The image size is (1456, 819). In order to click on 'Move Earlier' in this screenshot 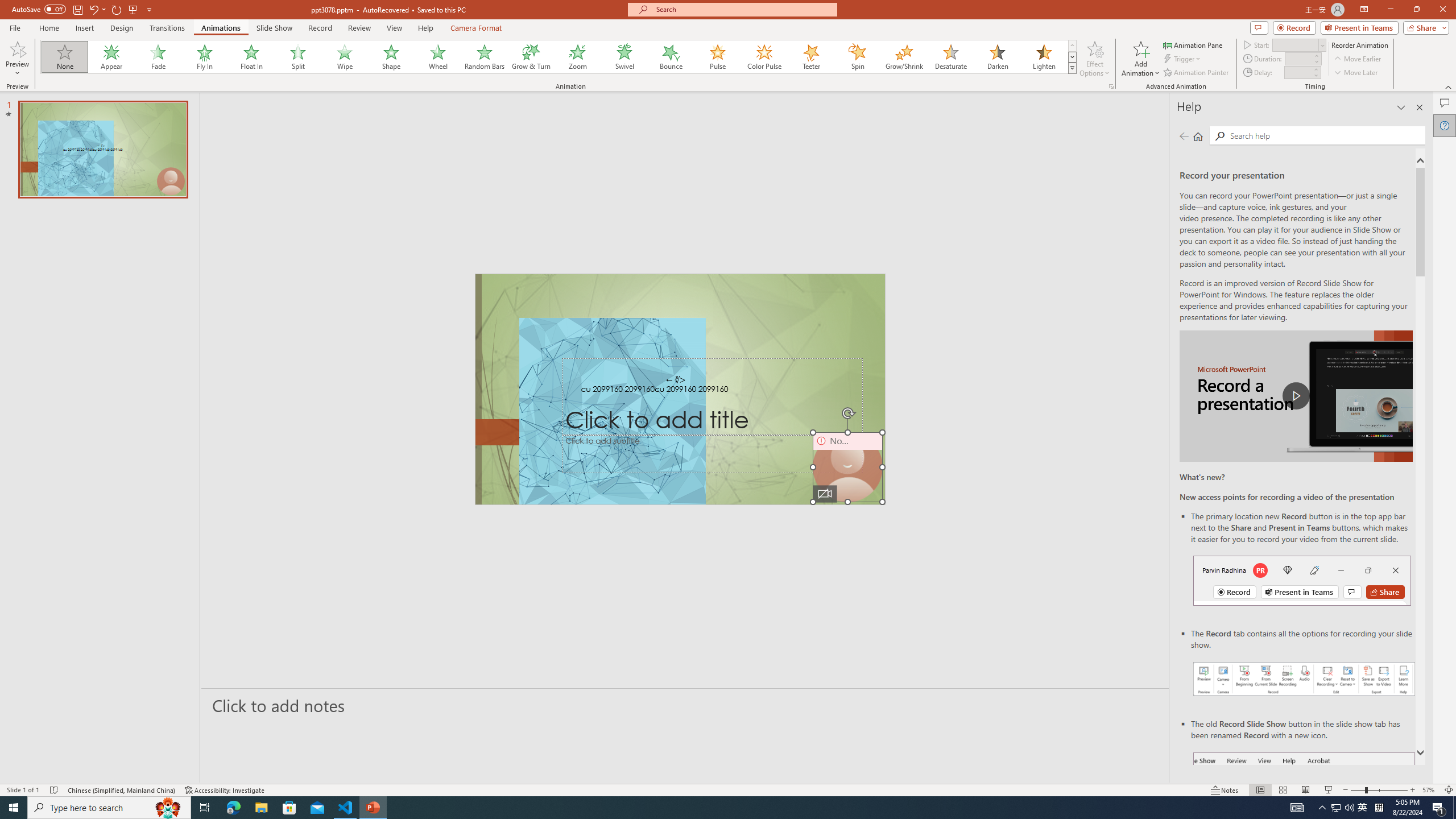, I will do `click(1357, 59)`.